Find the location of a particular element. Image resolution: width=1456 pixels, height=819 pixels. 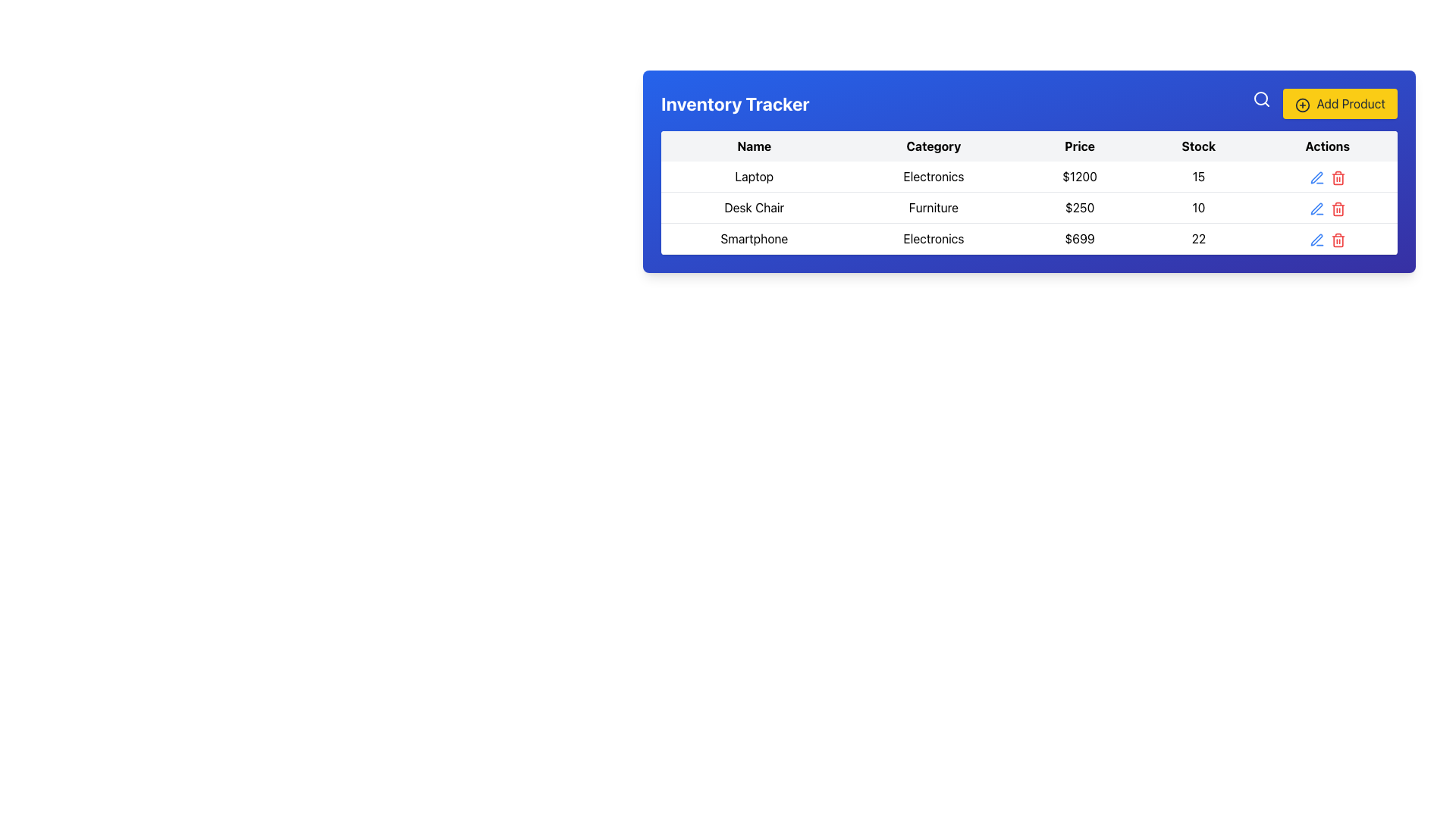

the price label displaying '$699' for the 'Smartphone' product in the Price column of the table is located at coordinates (1079, 239).